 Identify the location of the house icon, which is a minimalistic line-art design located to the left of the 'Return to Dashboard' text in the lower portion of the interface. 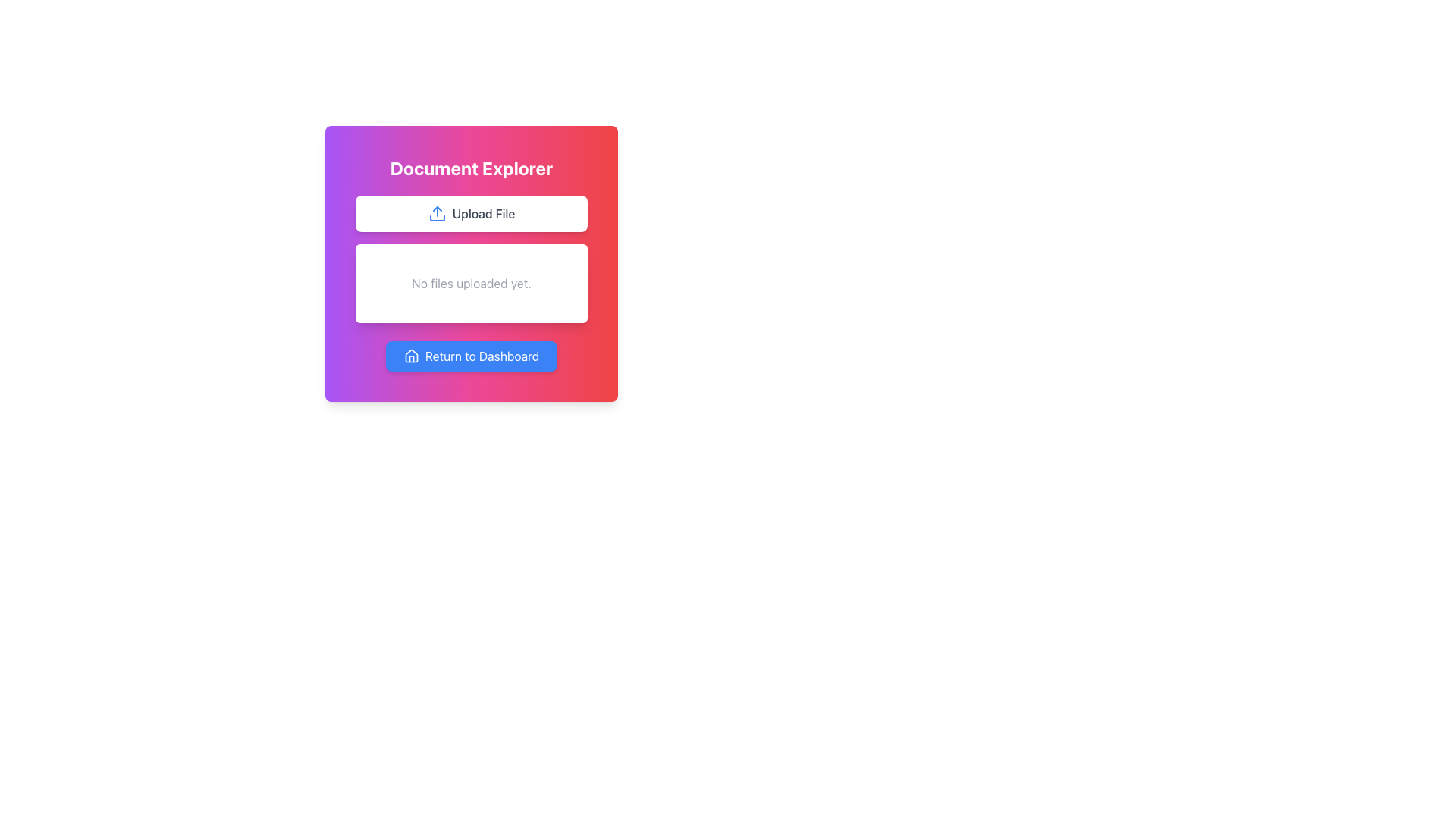
(411, 356).